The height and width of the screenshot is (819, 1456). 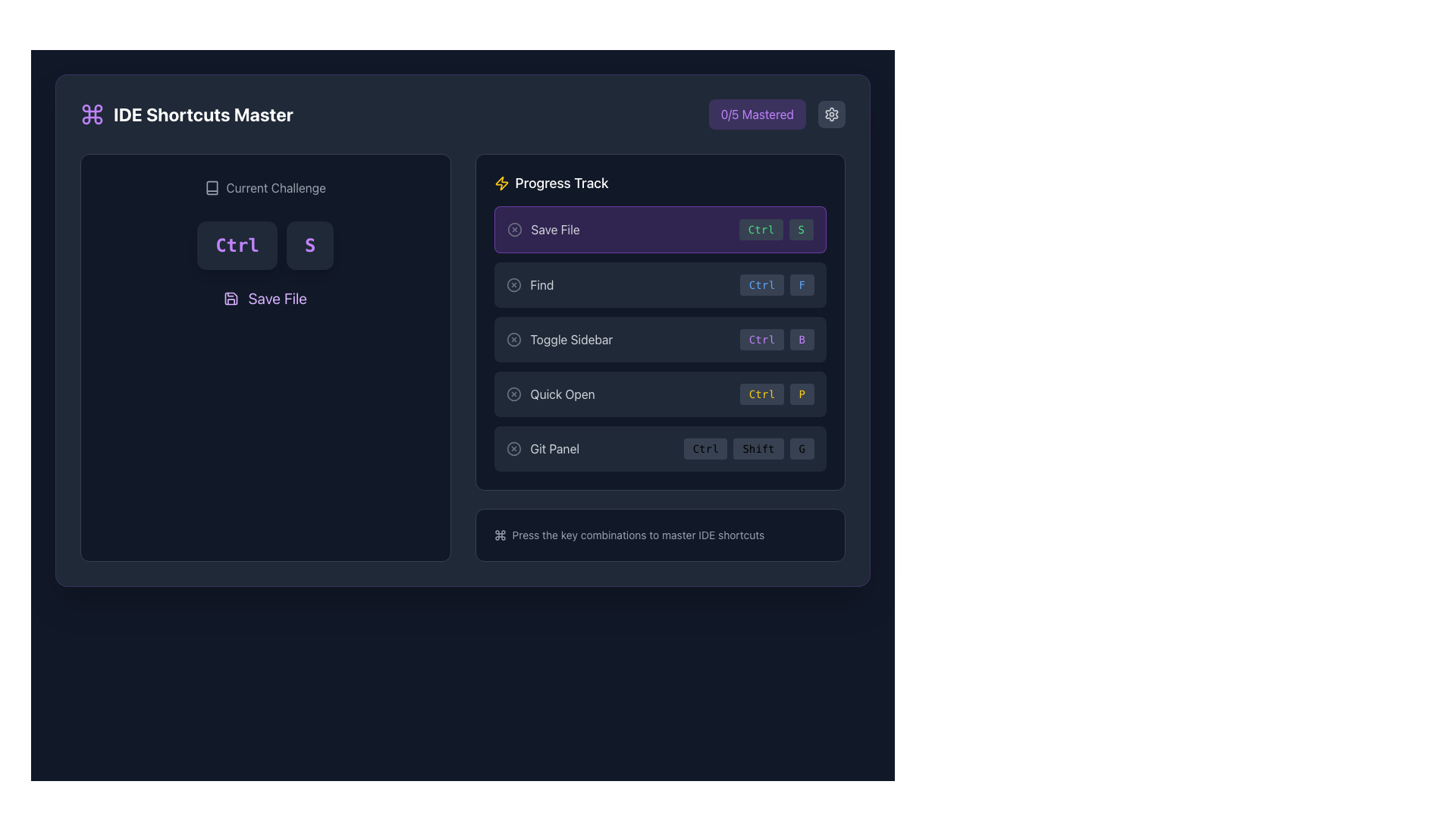 What do you see at coordinates (800, 230) in the screenshot?
I see `the button-like label with a dark gray background and a green letter 'S', located in the 'Progress Track' section under 'Save File'` at bounding box center [800, 230].